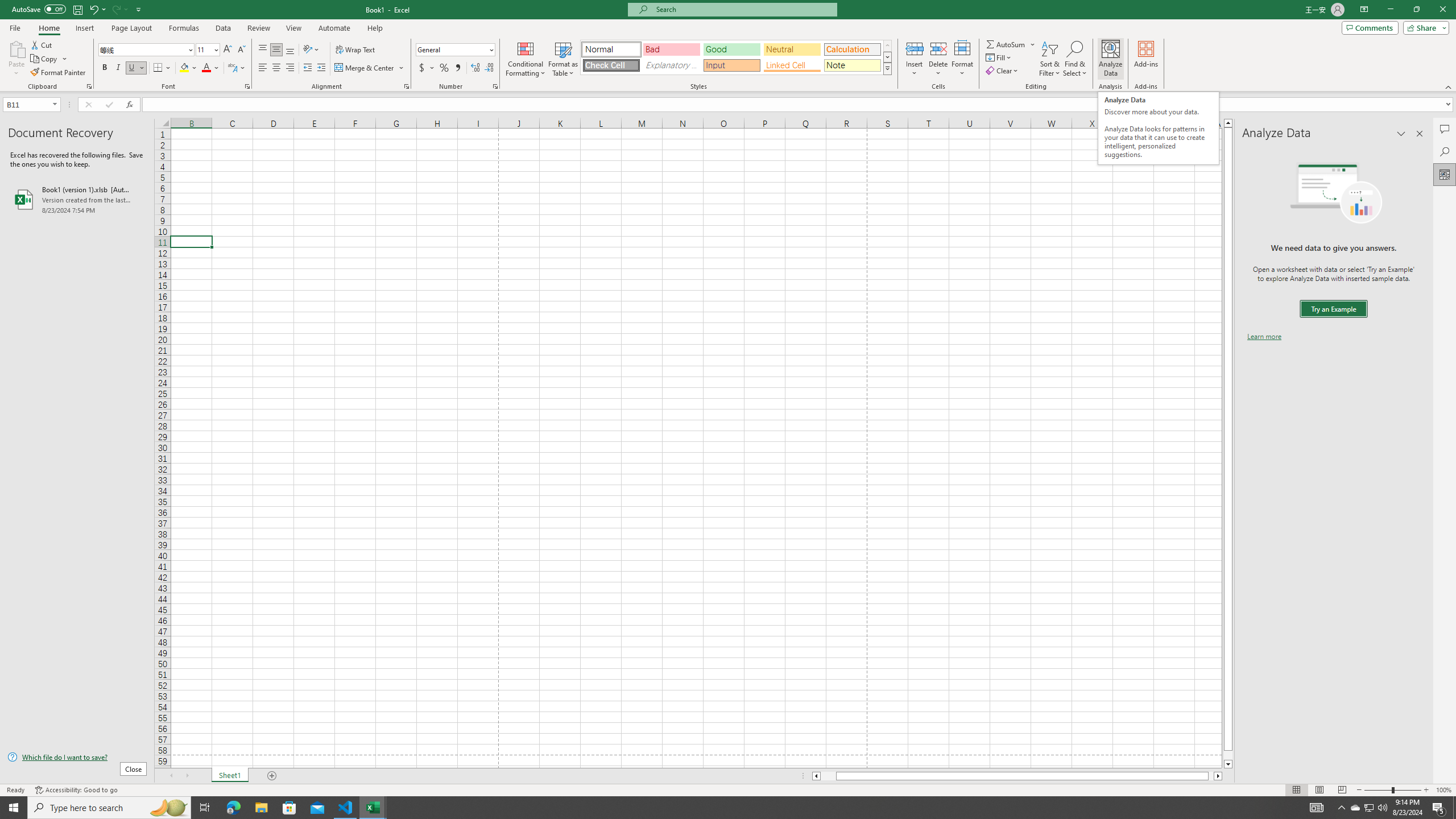  What do you see at coordinates (118, 9) in the screenshot?
I see `'Redo'` at bounding box center [118, 9].